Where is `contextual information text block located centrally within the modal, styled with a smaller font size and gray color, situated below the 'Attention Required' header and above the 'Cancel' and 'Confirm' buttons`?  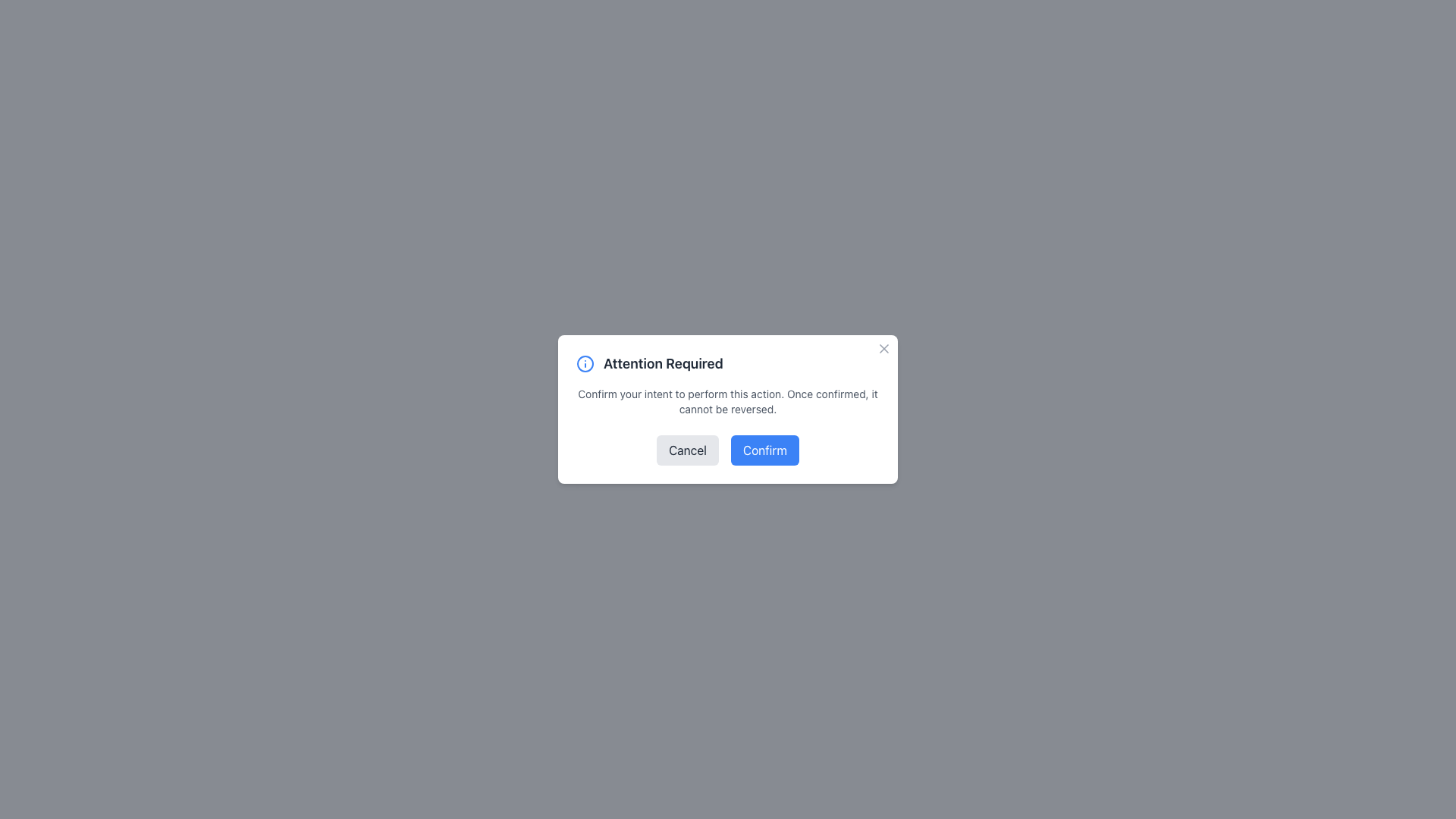 contextual information text block located centrally within the modal, styled with a smaller font size and gray color, situated below the 'Attention Required' header and above the 'Cancel' and 'Confirm' buttons is located at coordinates (728, 400).